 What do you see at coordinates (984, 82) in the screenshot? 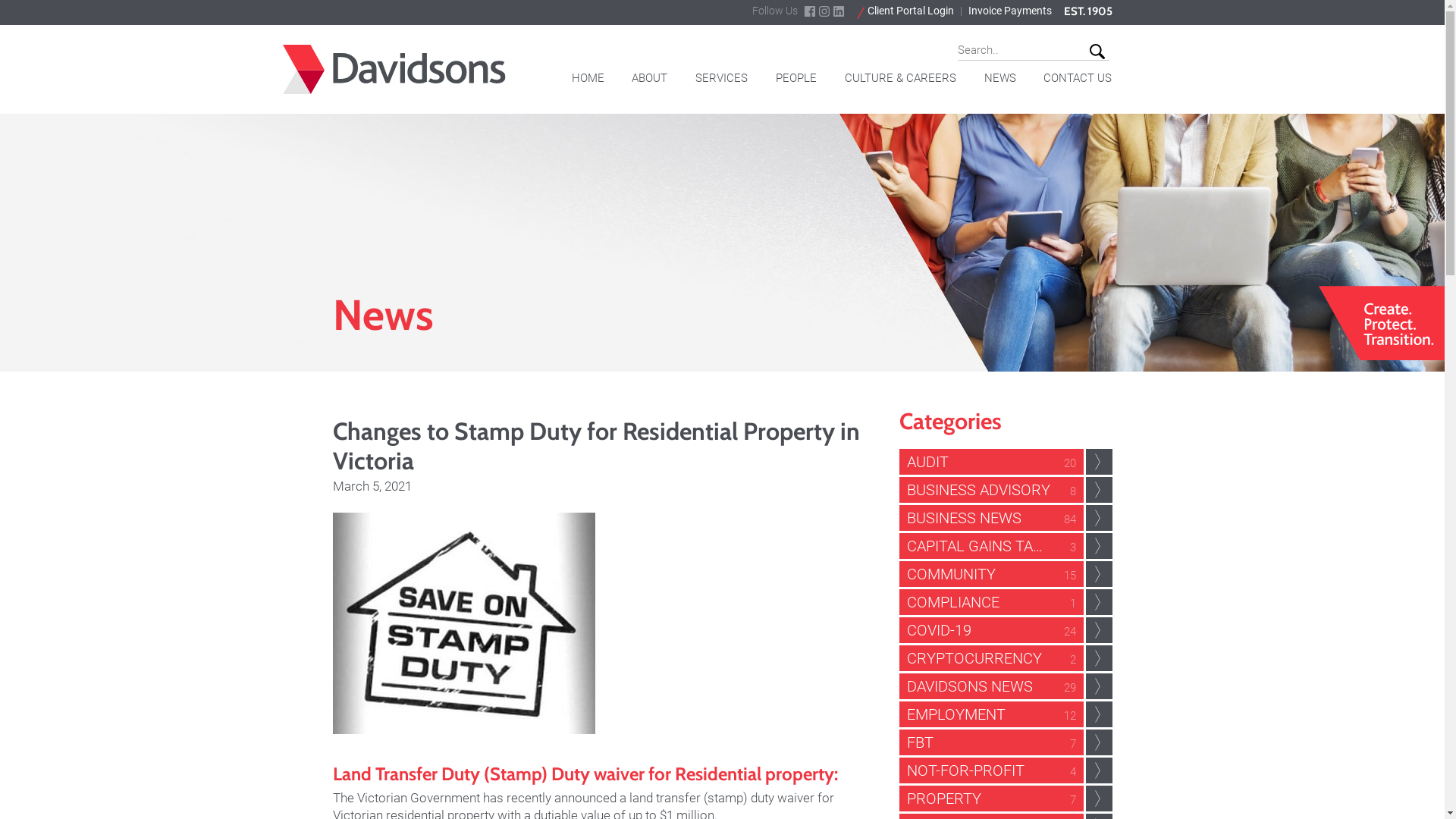
I see `'NEWS'` at bounding box center [984, 82].